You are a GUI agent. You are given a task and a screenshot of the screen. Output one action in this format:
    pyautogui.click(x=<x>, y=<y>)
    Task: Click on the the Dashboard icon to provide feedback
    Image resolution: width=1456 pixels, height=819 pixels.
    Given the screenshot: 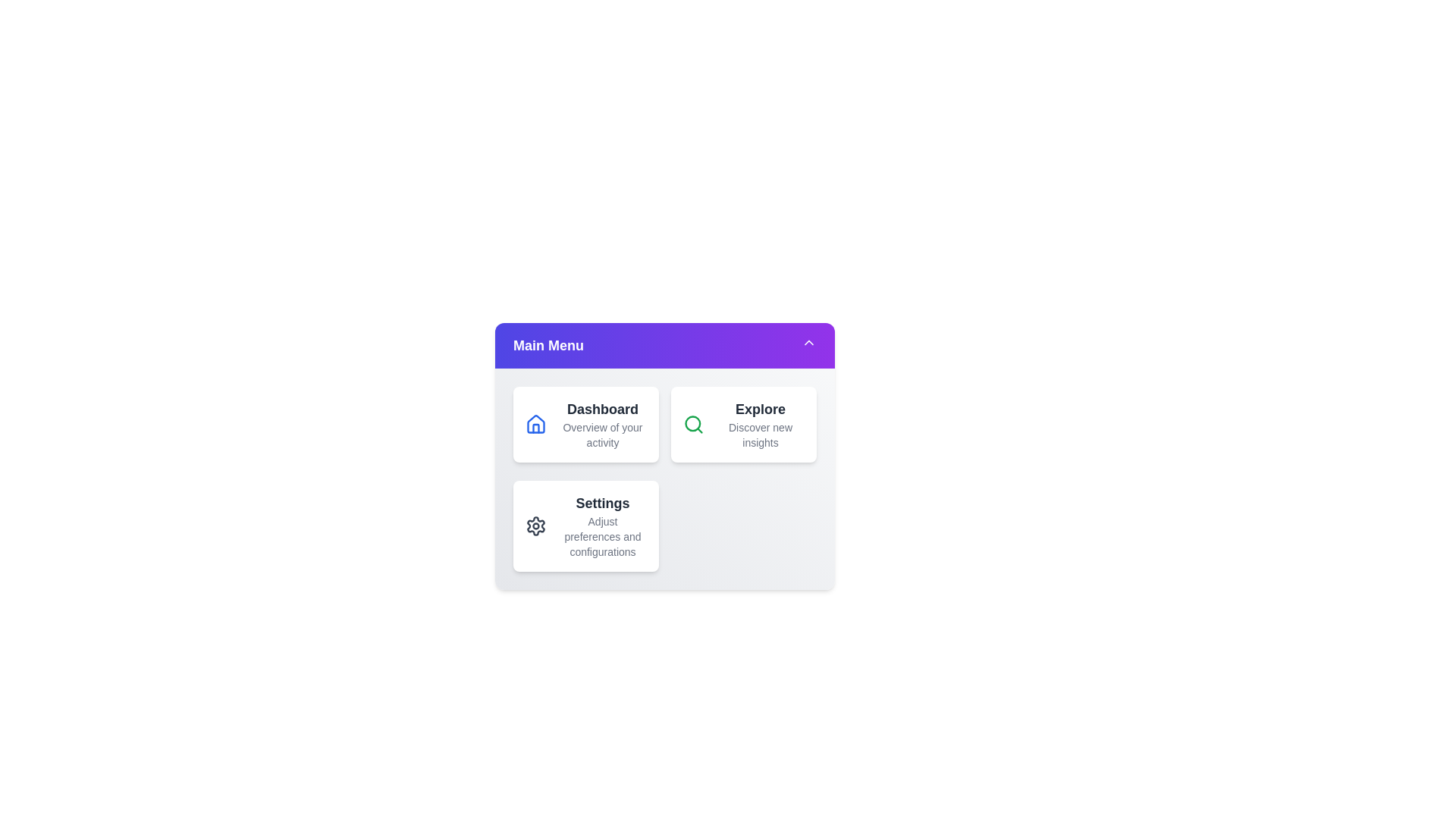 What is the action you would take?
    pyautogui.click(x=535, y=424)
    